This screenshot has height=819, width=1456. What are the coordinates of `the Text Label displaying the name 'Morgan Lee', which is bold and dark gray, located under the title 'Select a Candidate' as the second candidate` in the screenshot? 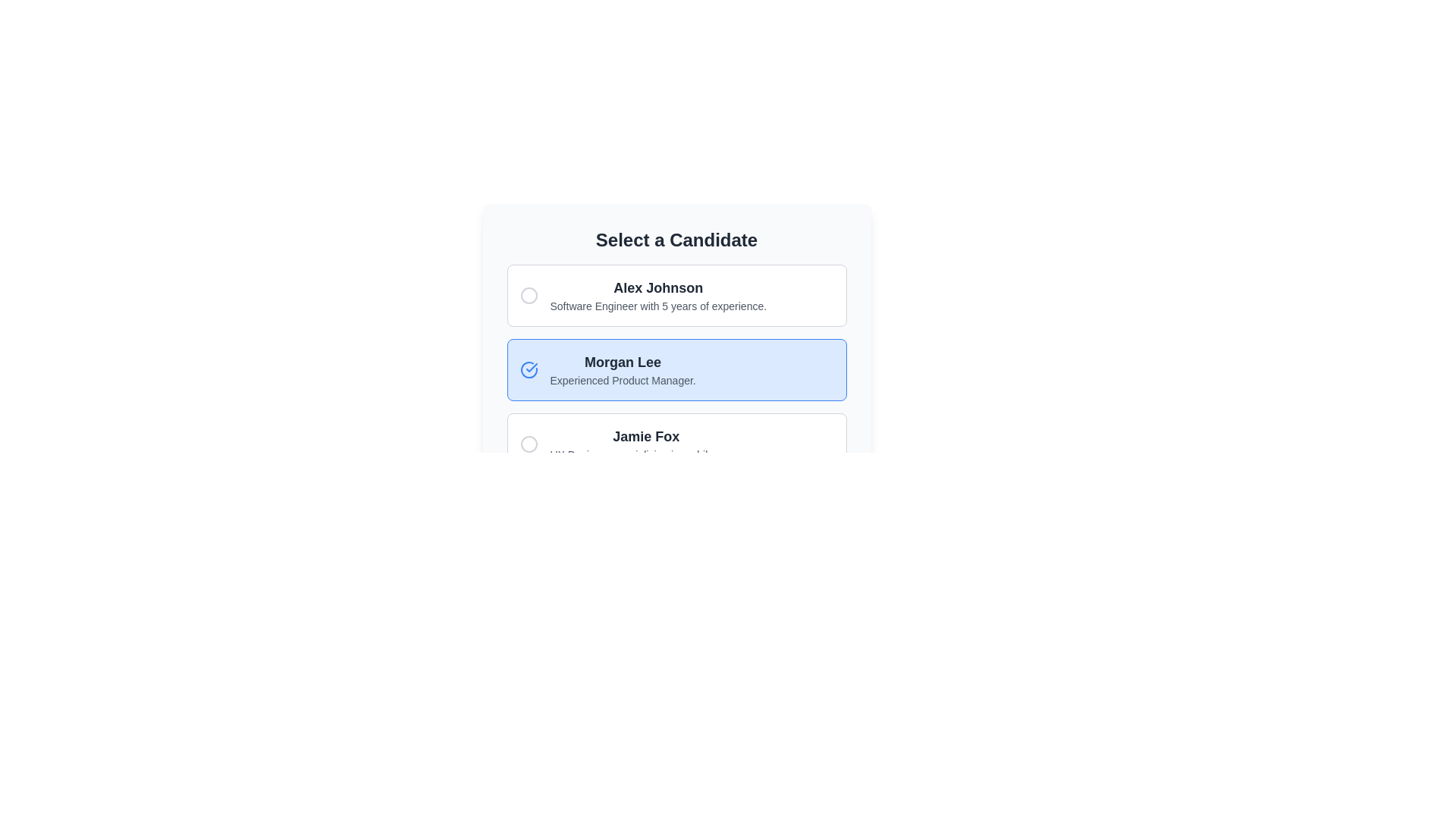 It's located at (623, 362).